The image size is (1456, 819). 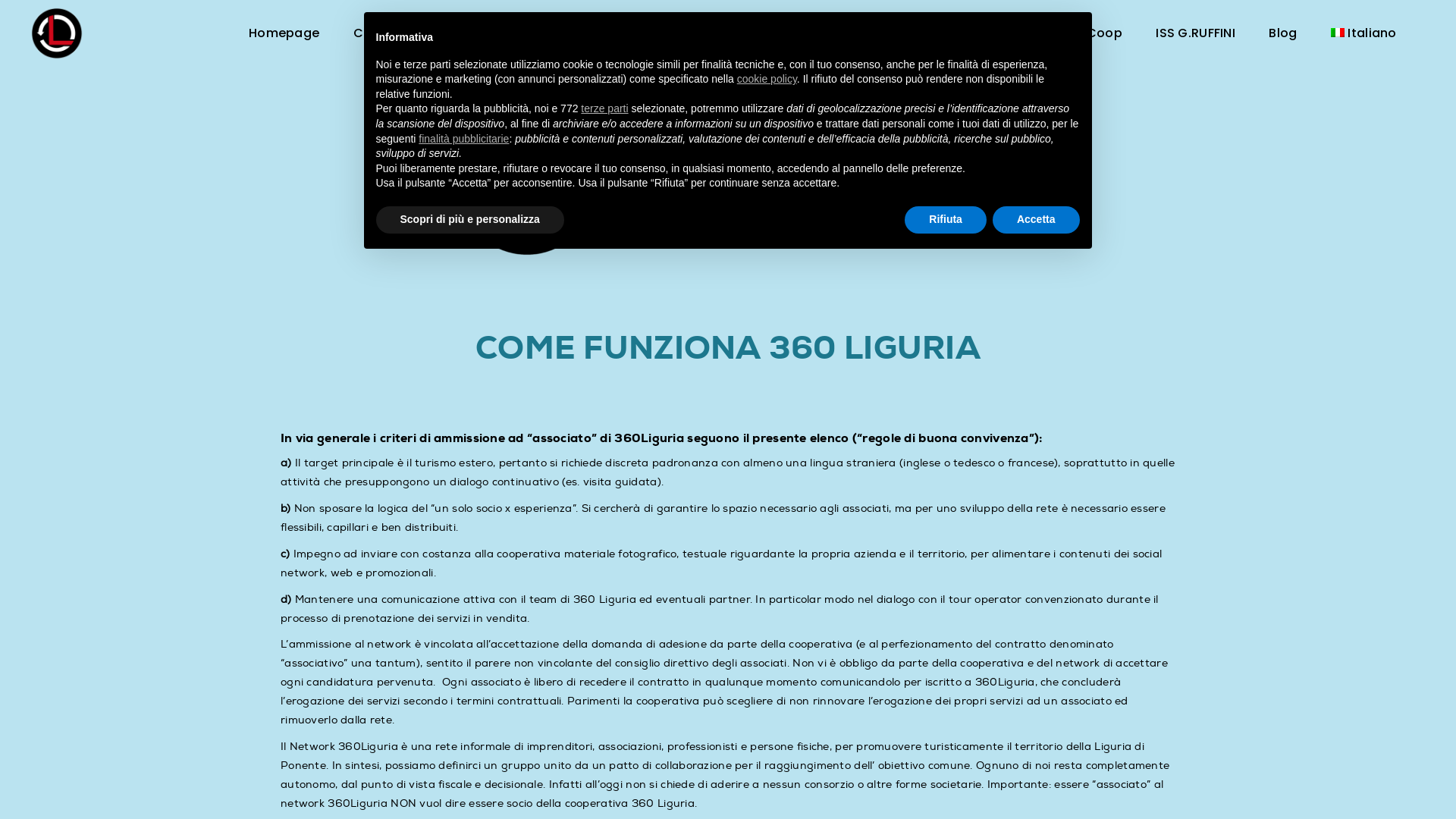 I want to click on 'terze parti', so click(x=604, y=107).